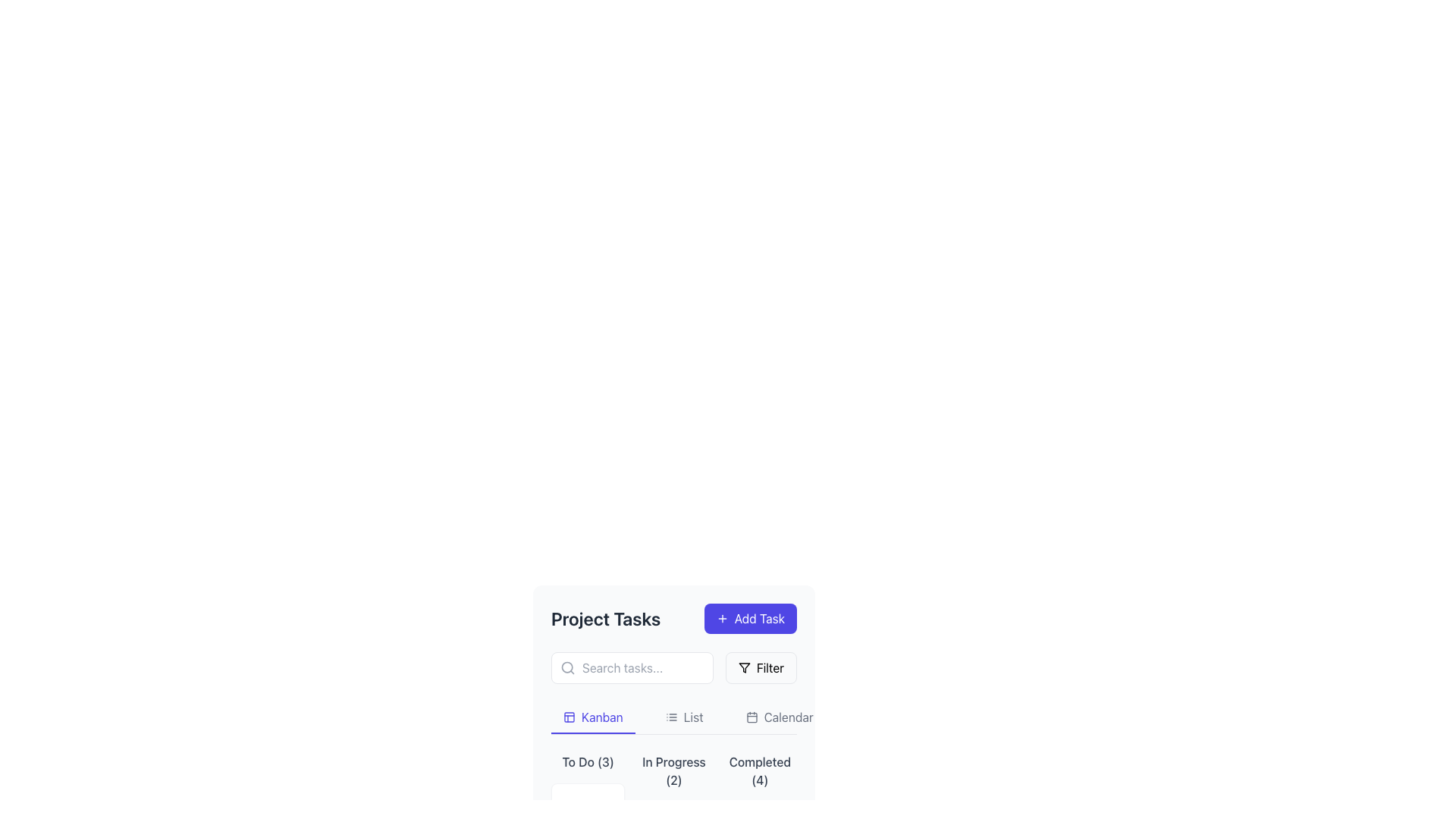  Describe the element at coordinates (744, 667) in the screenshot. I see `the SVG graphical element that represents part of the 'Filter' button's icon located in the top-right section of the 'Project Tasks' module` at that location.